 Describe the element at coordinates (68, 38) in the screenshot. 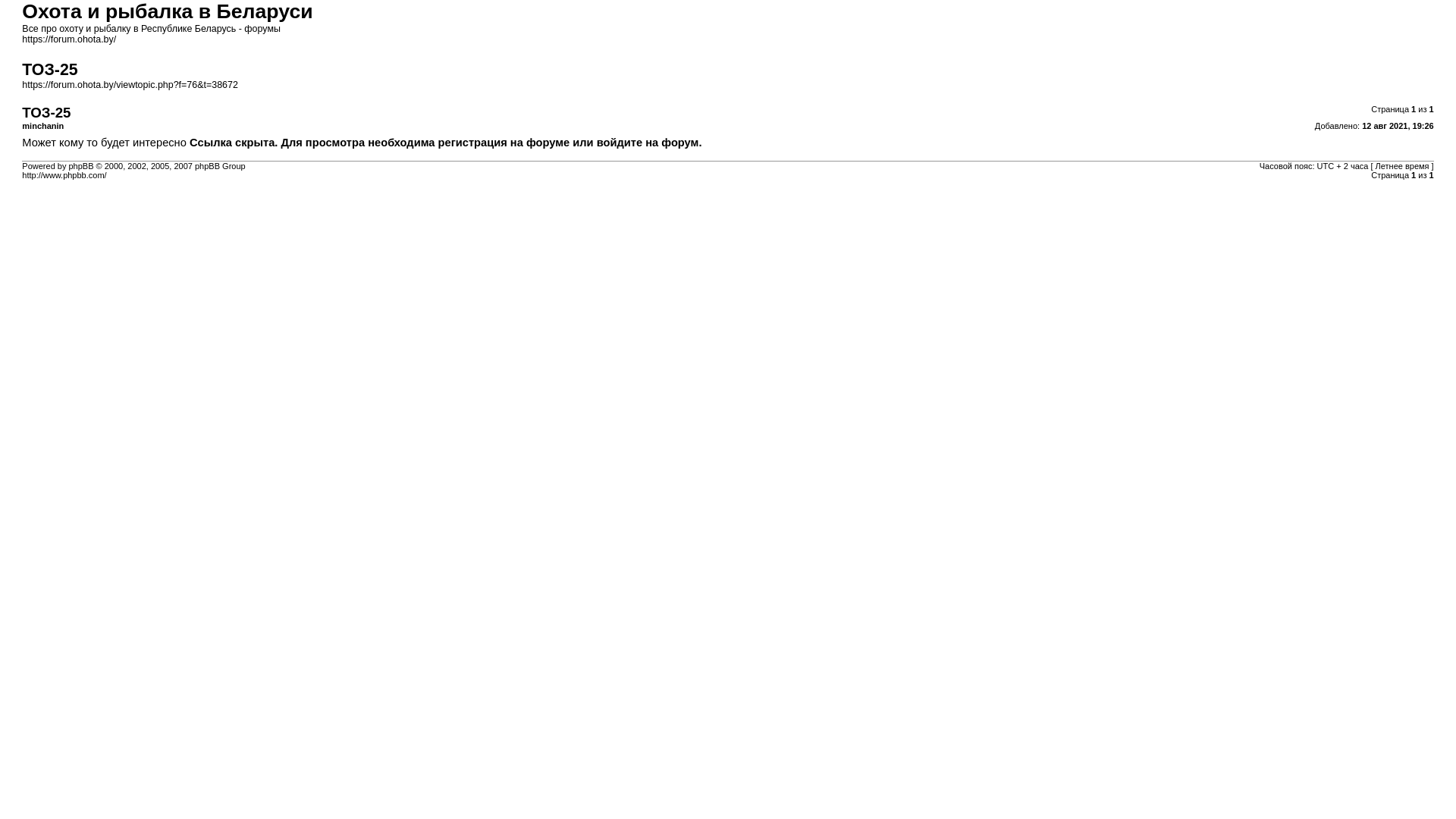

I see `'https://forum.ohota.by/'` at that location.